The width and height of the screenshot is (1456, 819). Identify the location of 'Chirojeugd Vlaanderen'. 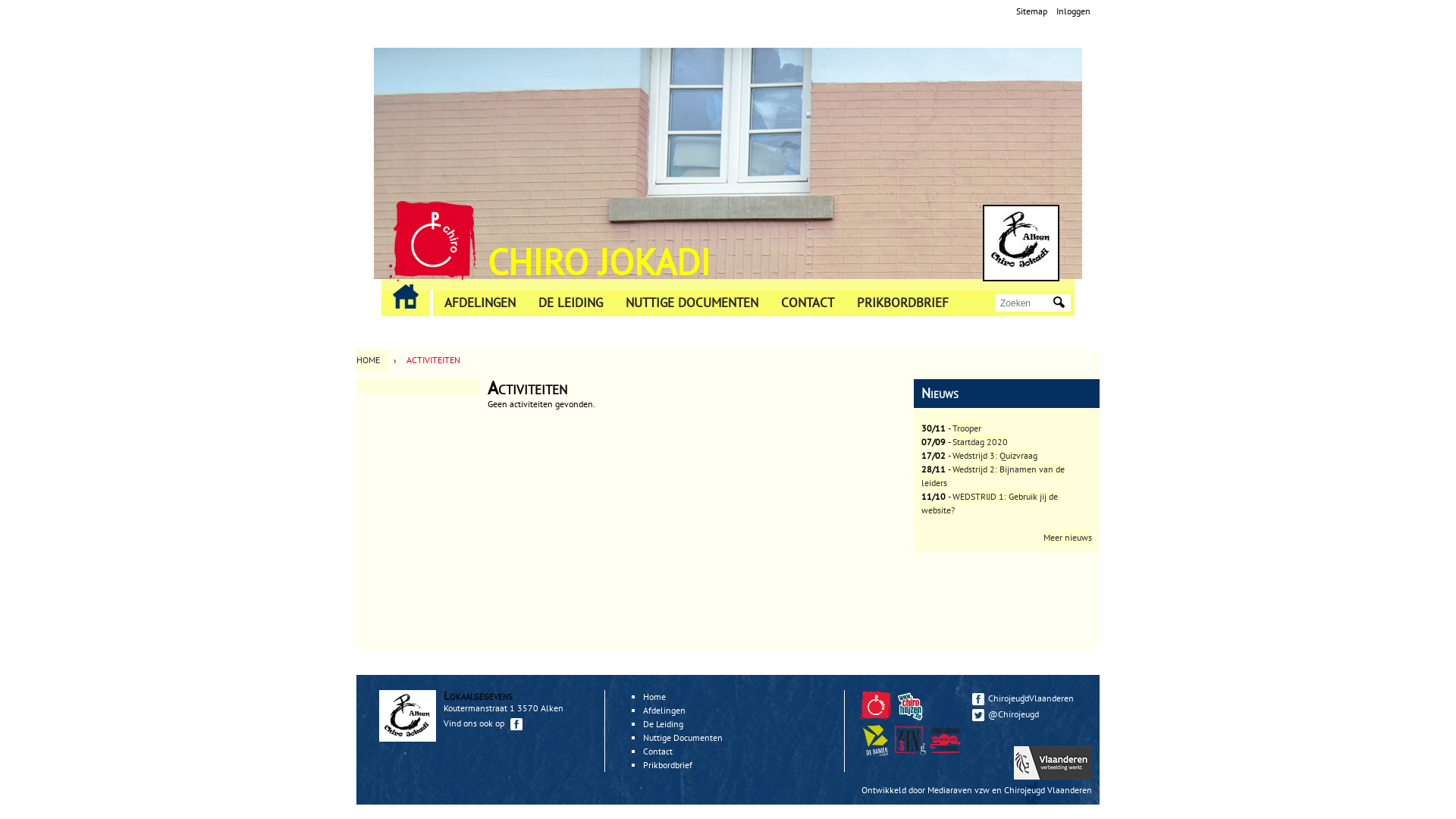
(877, 717).